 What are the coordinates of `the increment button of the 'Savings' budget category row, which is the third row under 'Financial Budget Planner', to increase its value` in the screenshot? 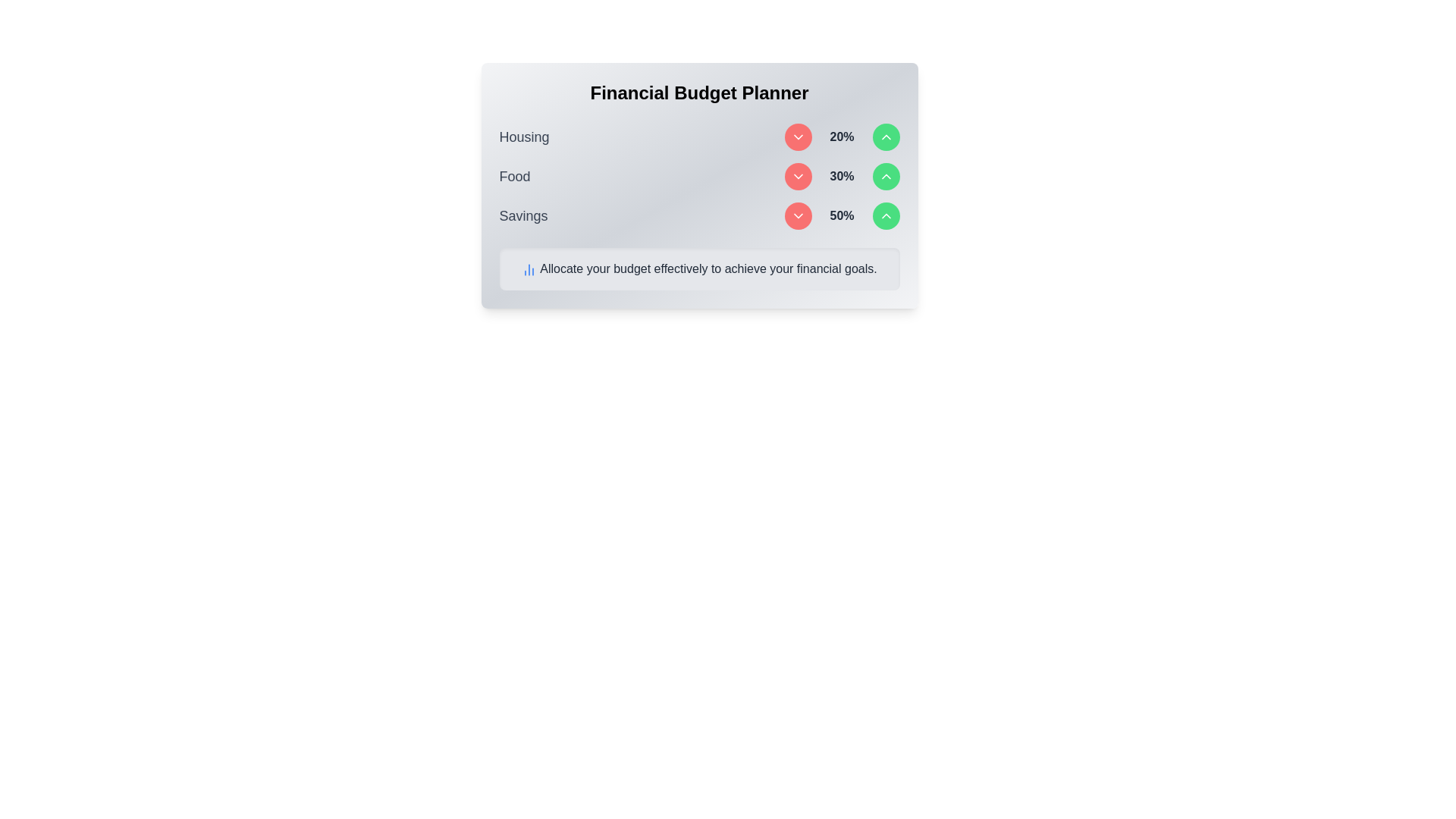 It's located at (698, 216).